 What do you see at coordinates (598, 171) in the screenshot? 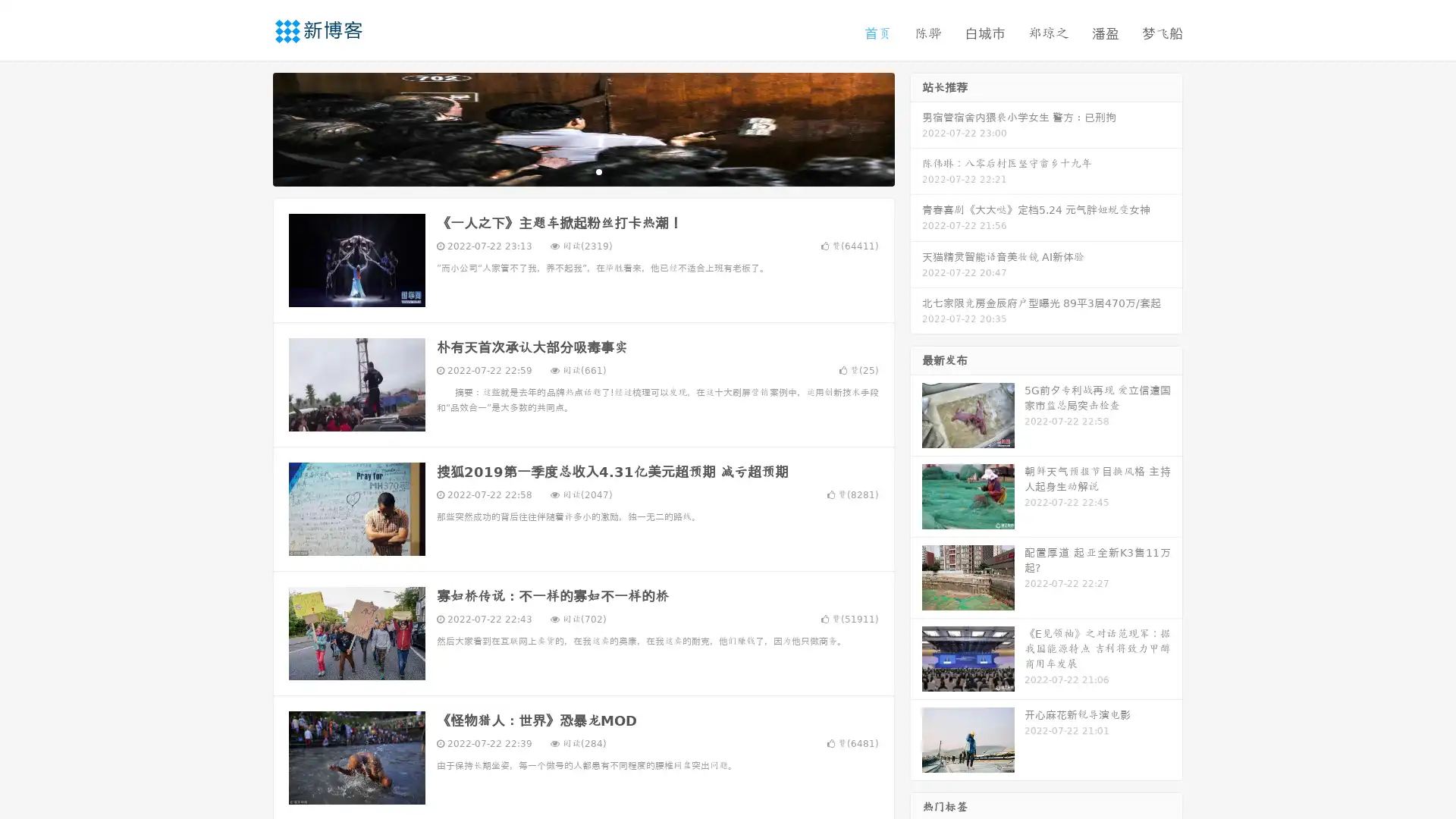
I see `Go to slide 3` at bounding box center [598, 171].